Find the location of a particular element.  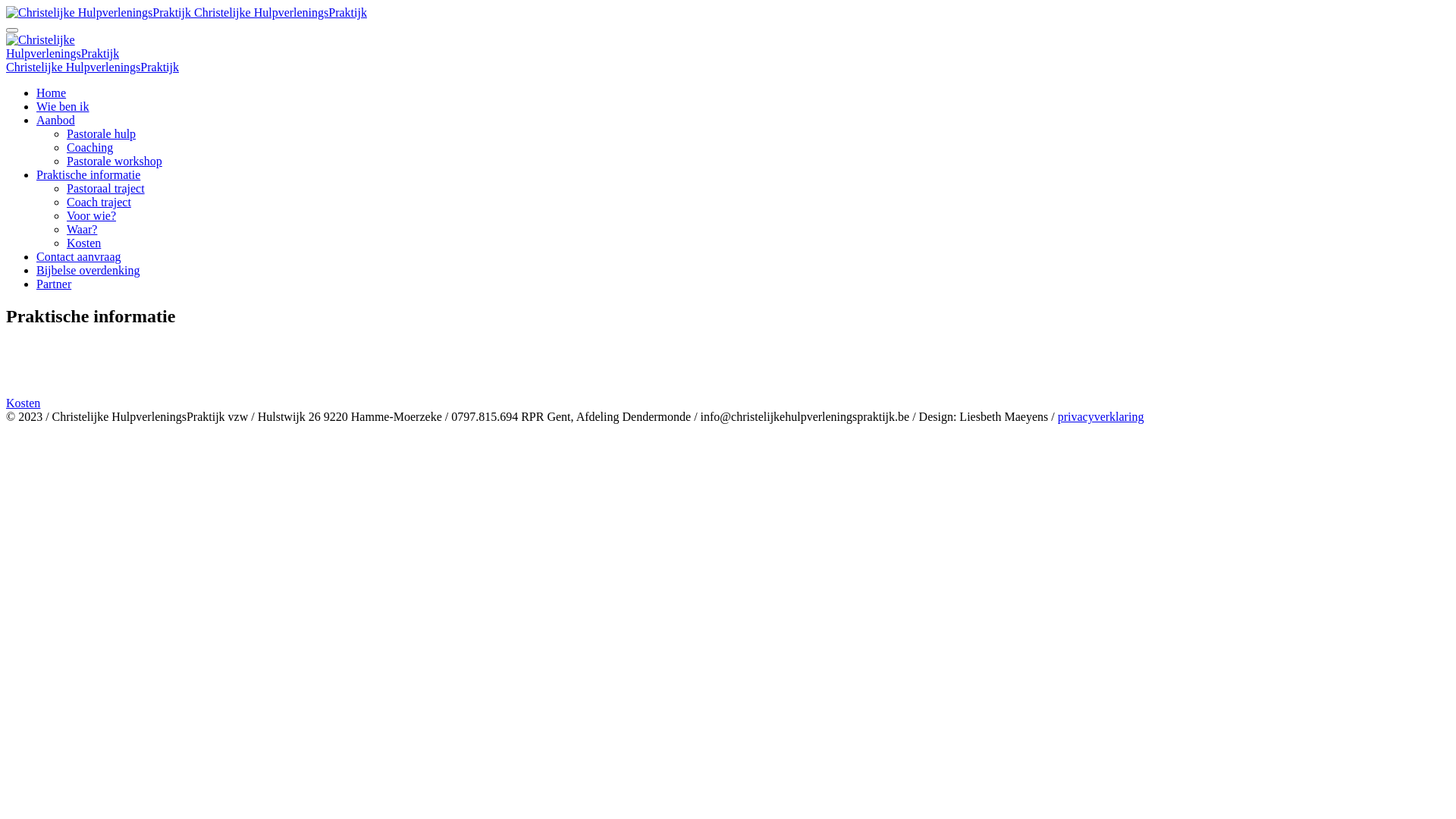

'privacyverklaring' is located at coordinates (1100, 416).